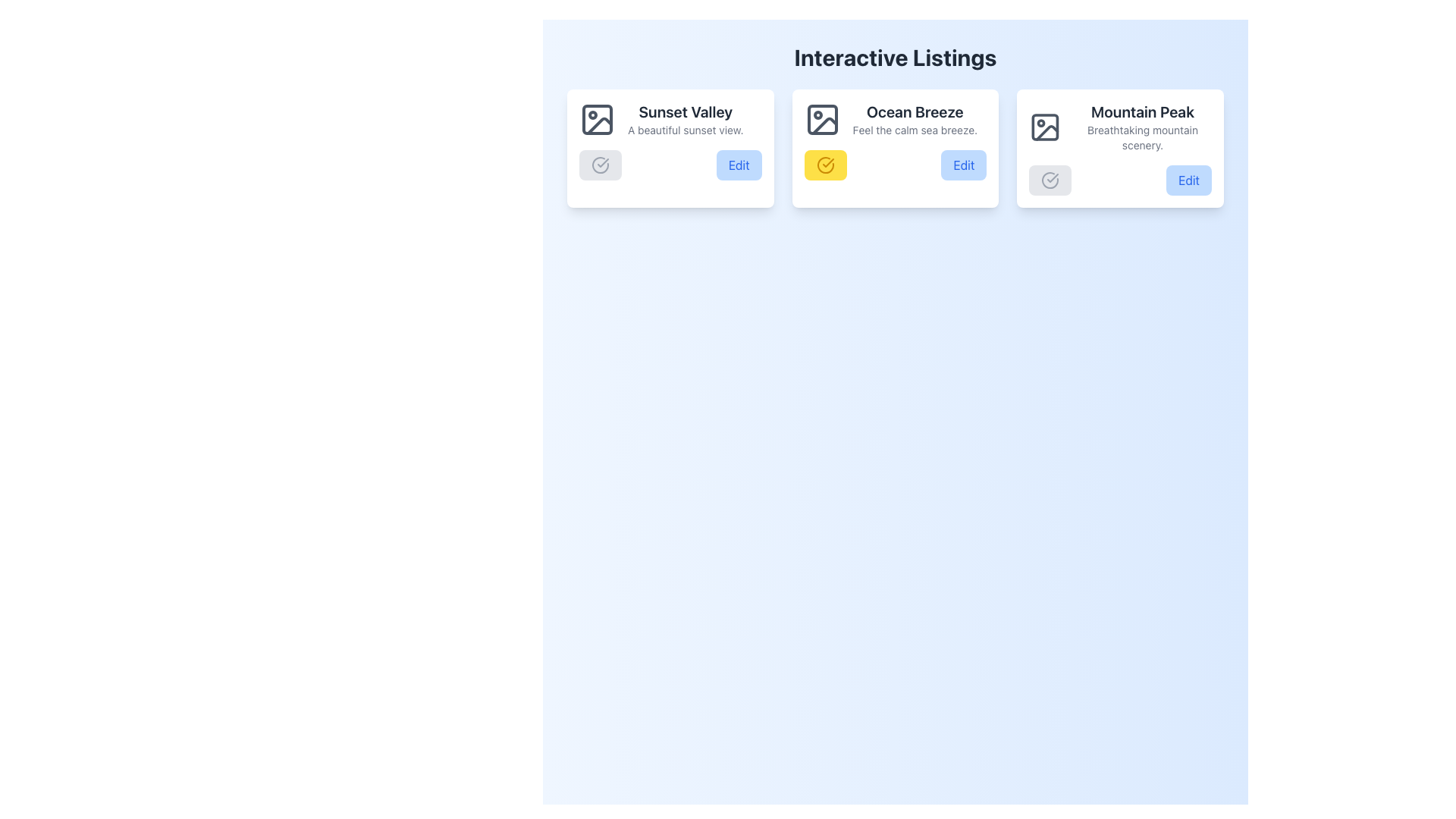 The width and height of the screenshot is (1456, 819). What do you see at coordinates (1050, 180) in the screenshot?
I see `the status icon for the 'Mountain Peak' listing` at bounding box center [1050, 180].